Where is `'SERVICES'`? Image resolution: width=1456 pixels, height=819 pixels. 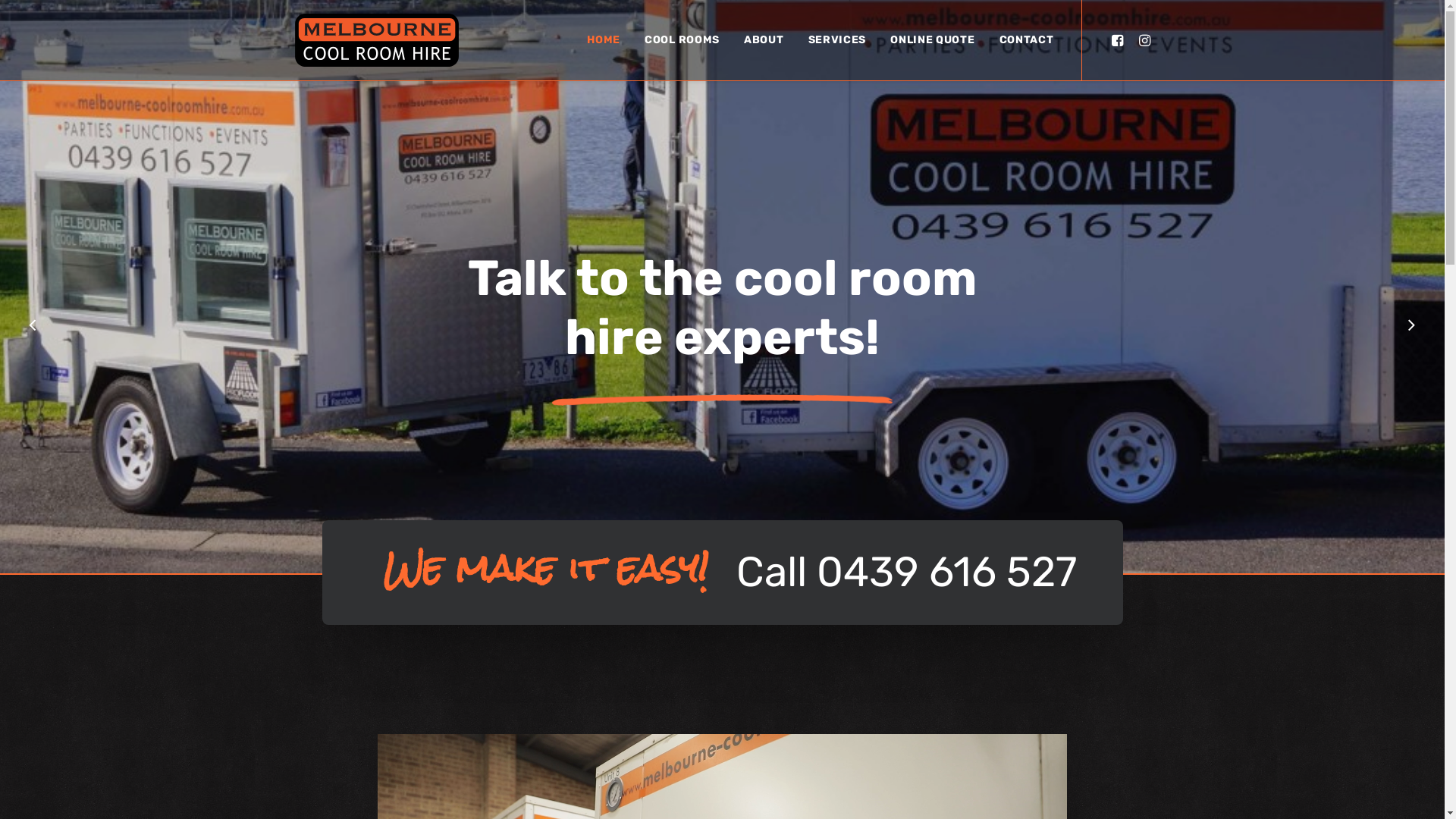
'SERVICES' is located at coordinates (836, 39).